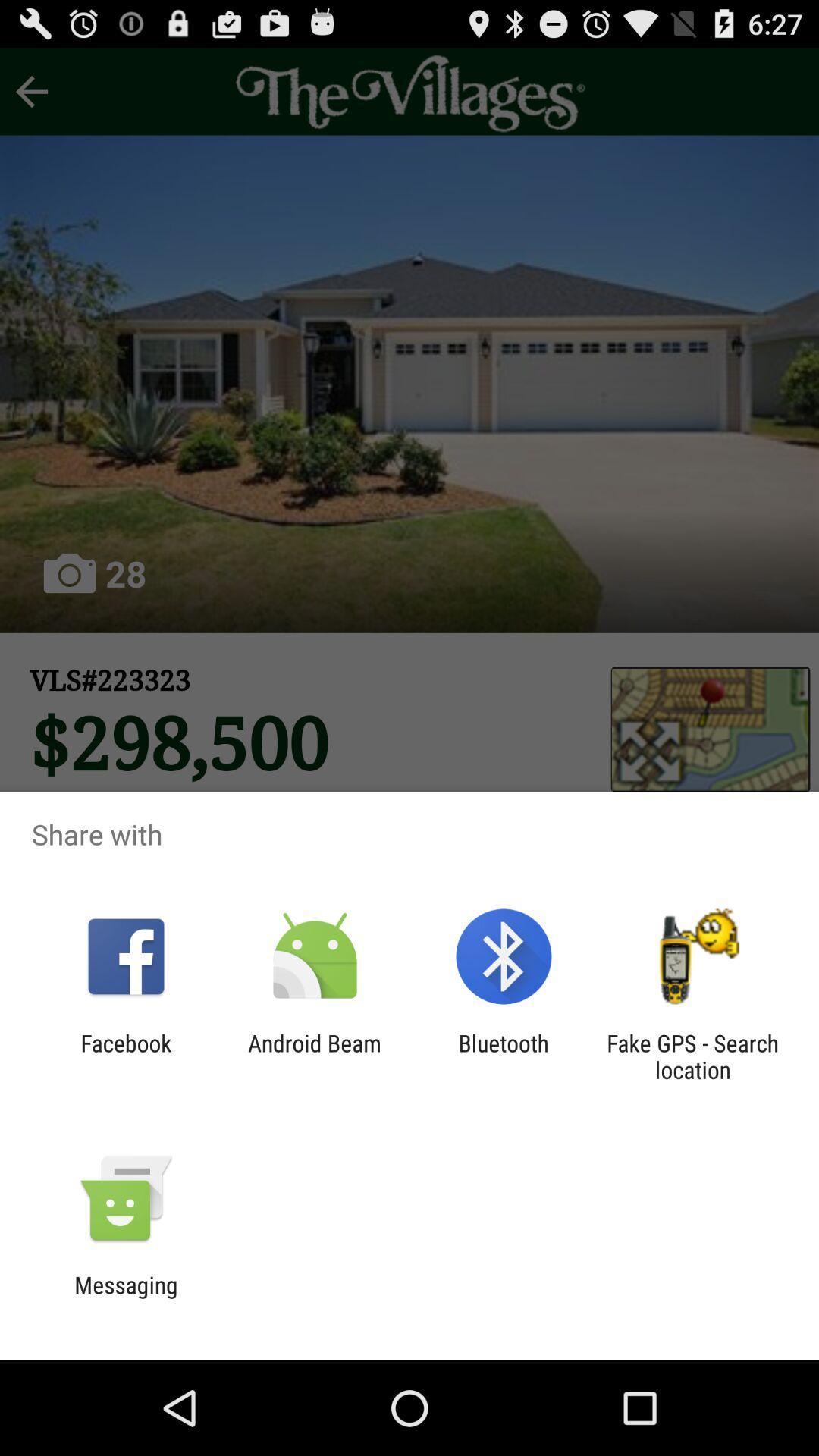  I want to click on the facebook app, so click(125, 1056).